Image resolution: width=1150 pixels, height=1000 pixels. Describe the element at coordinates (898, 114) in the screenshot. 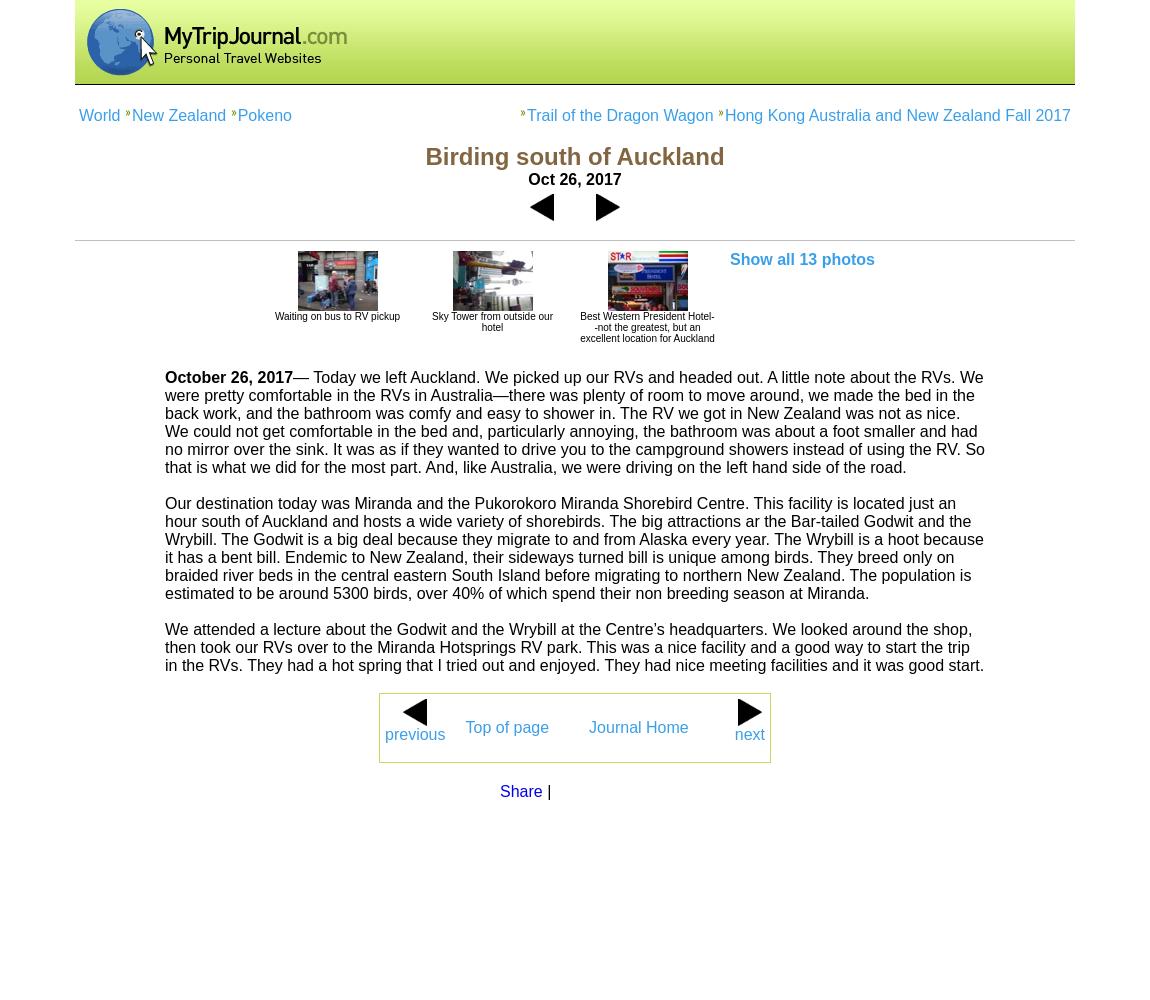

I see `'Hong Kong Australia and New Zealand Fall 2017'` at that location.